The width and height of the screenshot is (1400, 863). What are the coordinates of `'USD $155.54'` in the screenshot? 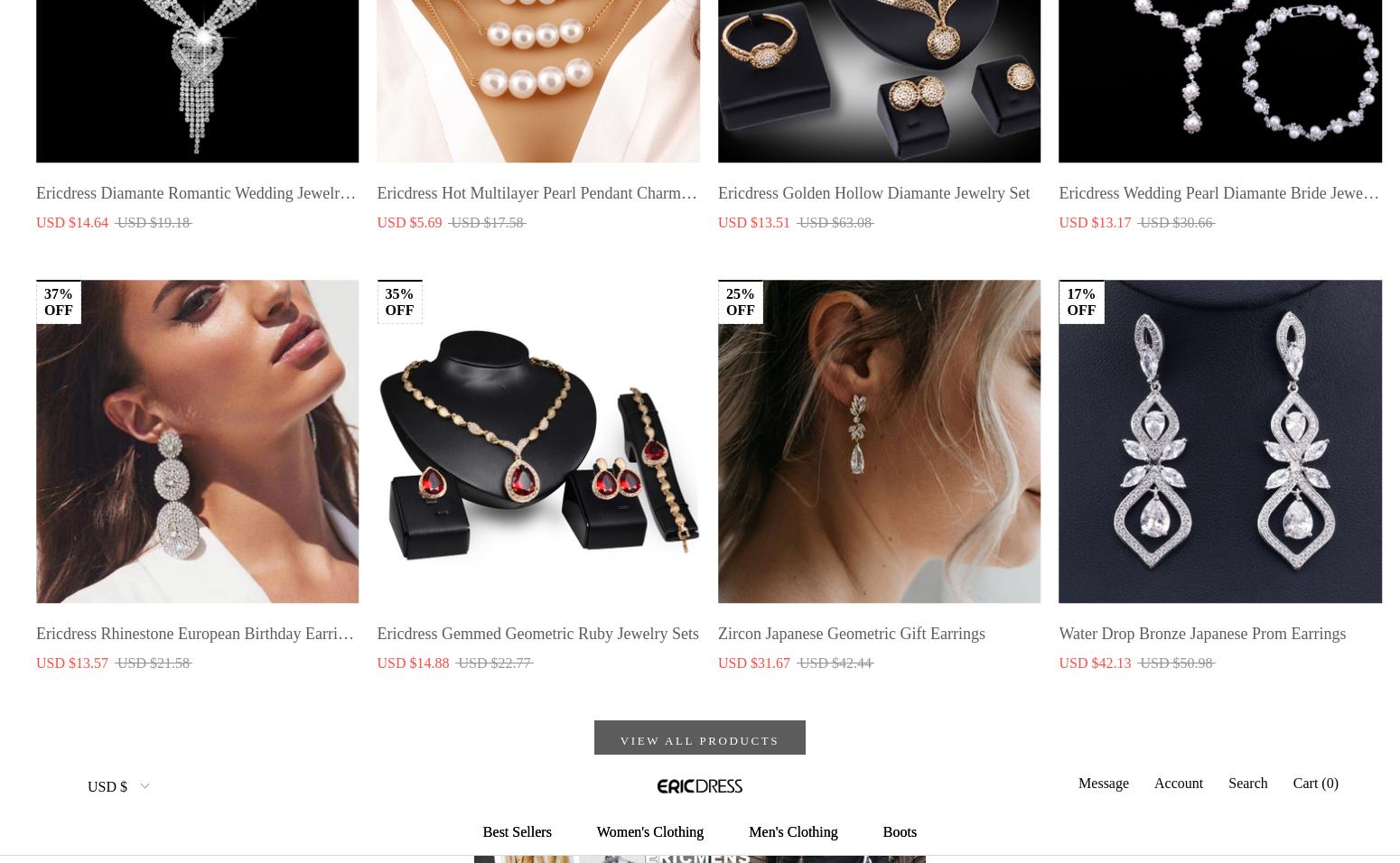 It's located at (34, 279).